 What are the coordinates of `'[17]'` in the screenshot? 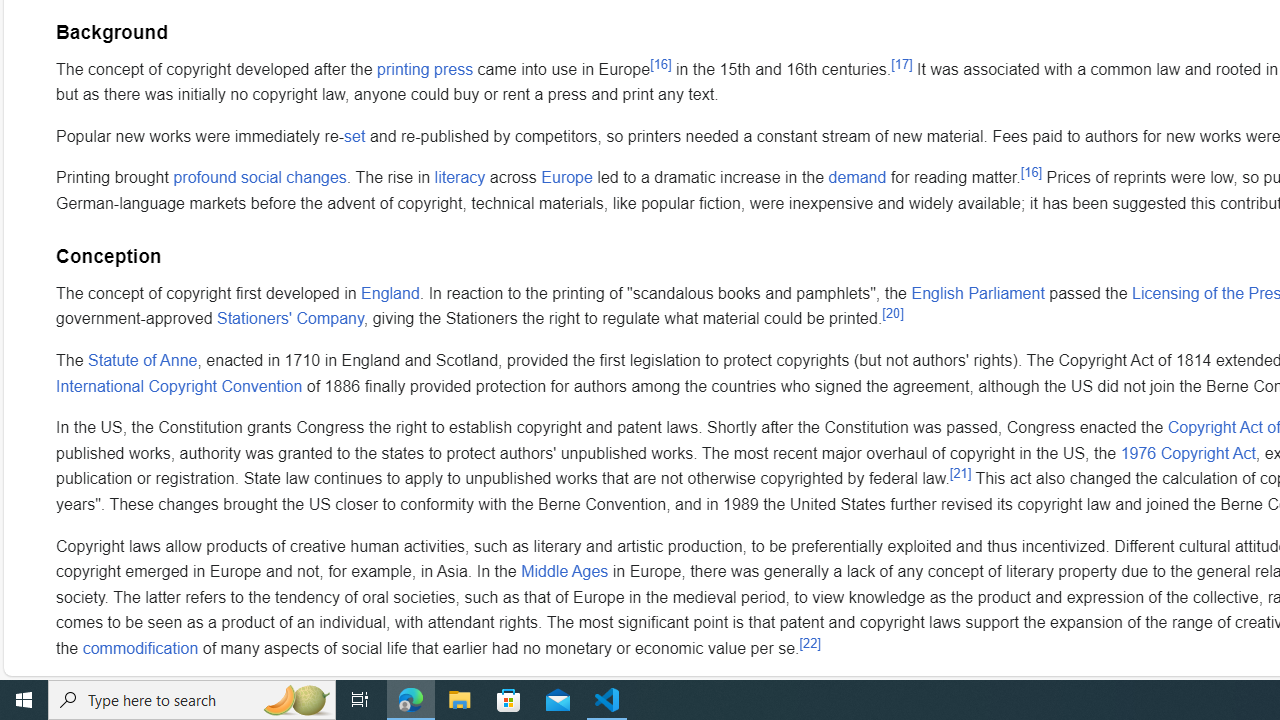 It's located at (900, 63).